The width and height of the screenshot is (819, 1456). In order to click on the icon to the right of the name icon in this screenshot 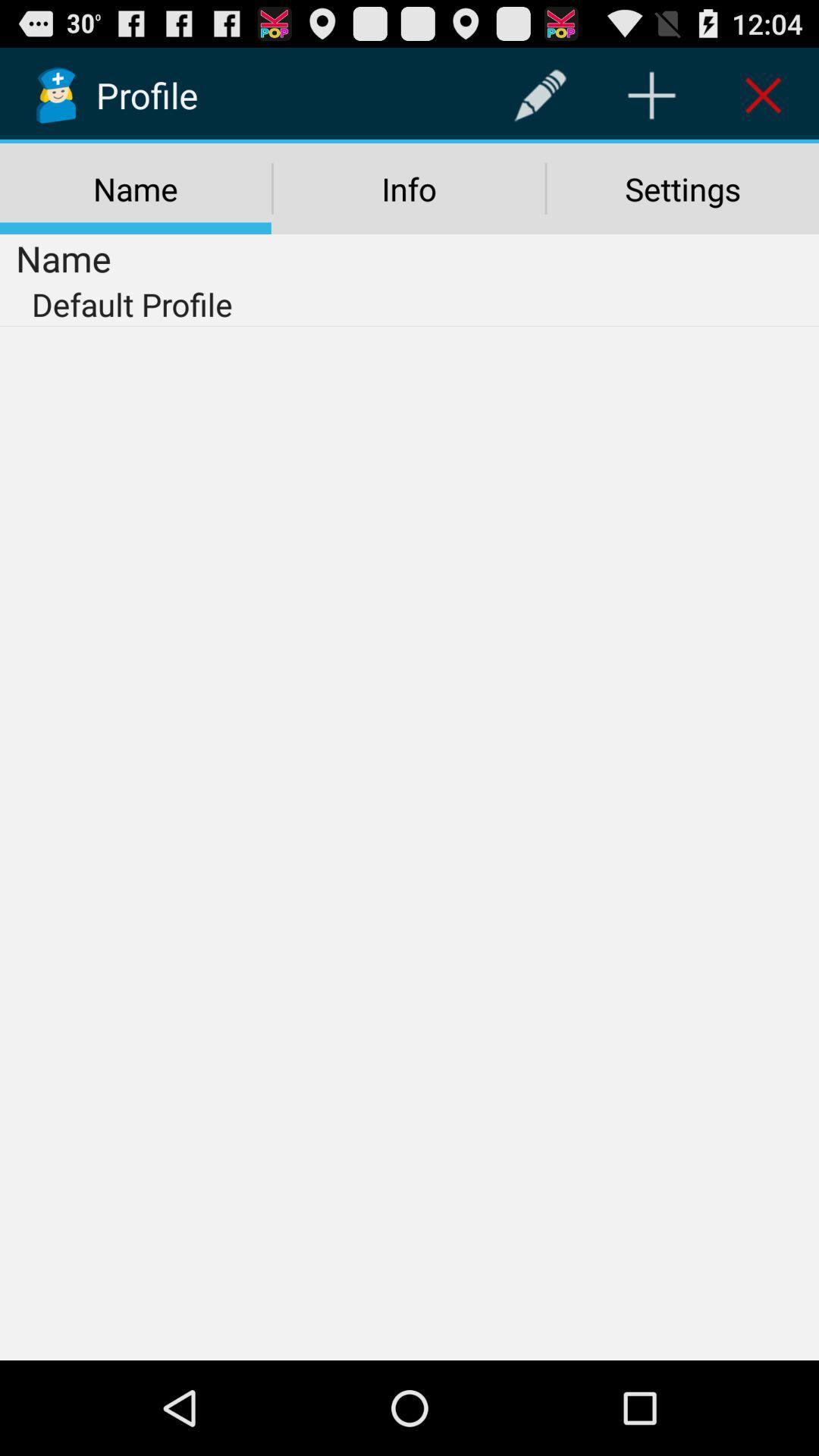, I will do `click(408, 188)`.